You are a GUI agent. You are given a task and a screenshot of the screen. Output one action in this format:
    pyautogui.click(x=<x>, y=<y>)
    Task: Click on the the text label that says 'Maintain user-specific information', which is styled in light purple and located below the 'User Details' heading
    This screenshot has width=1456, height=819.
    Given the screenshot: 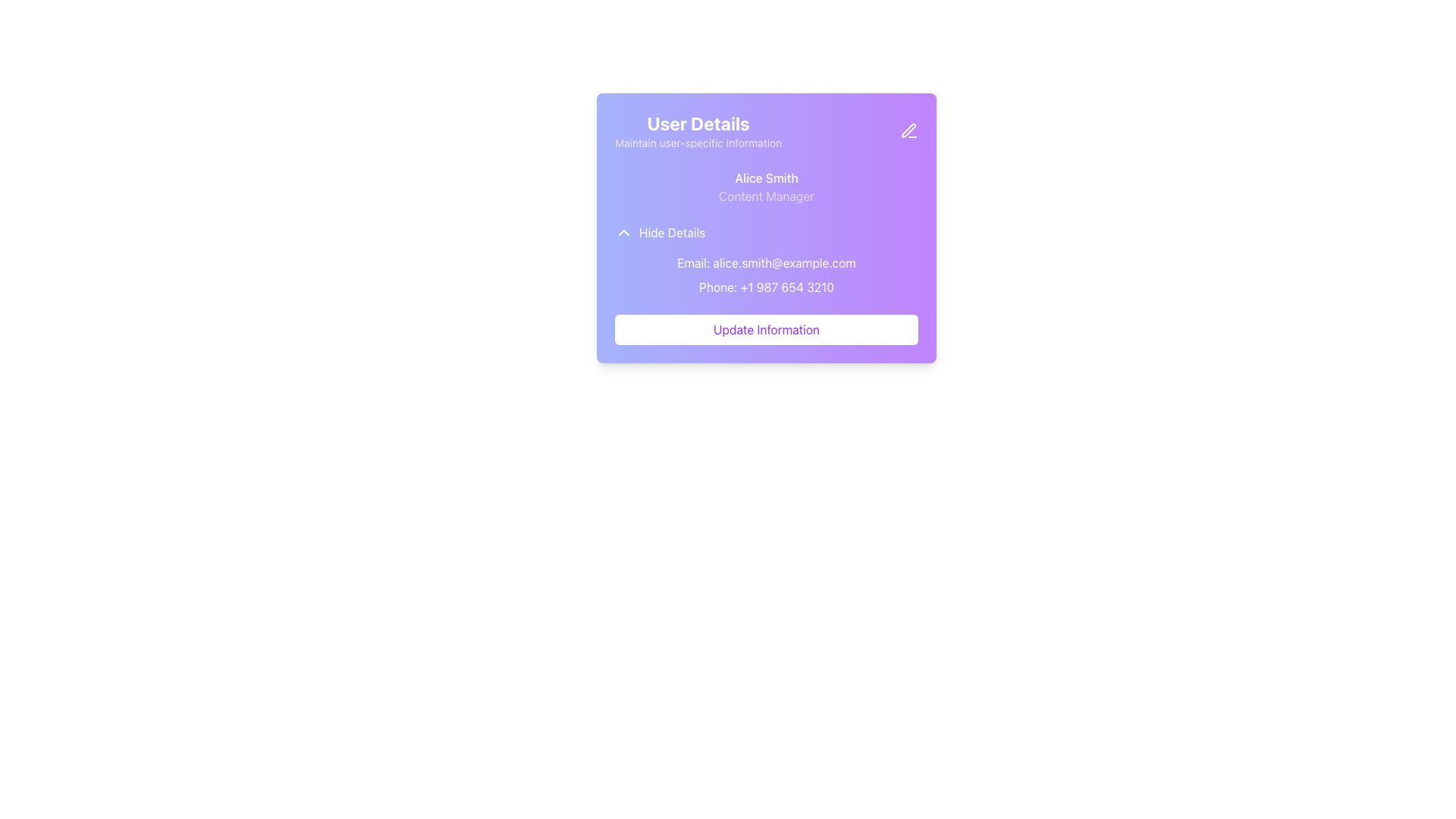 What is the action you would take?
    pyautogui.click(x=698, y=143)
    